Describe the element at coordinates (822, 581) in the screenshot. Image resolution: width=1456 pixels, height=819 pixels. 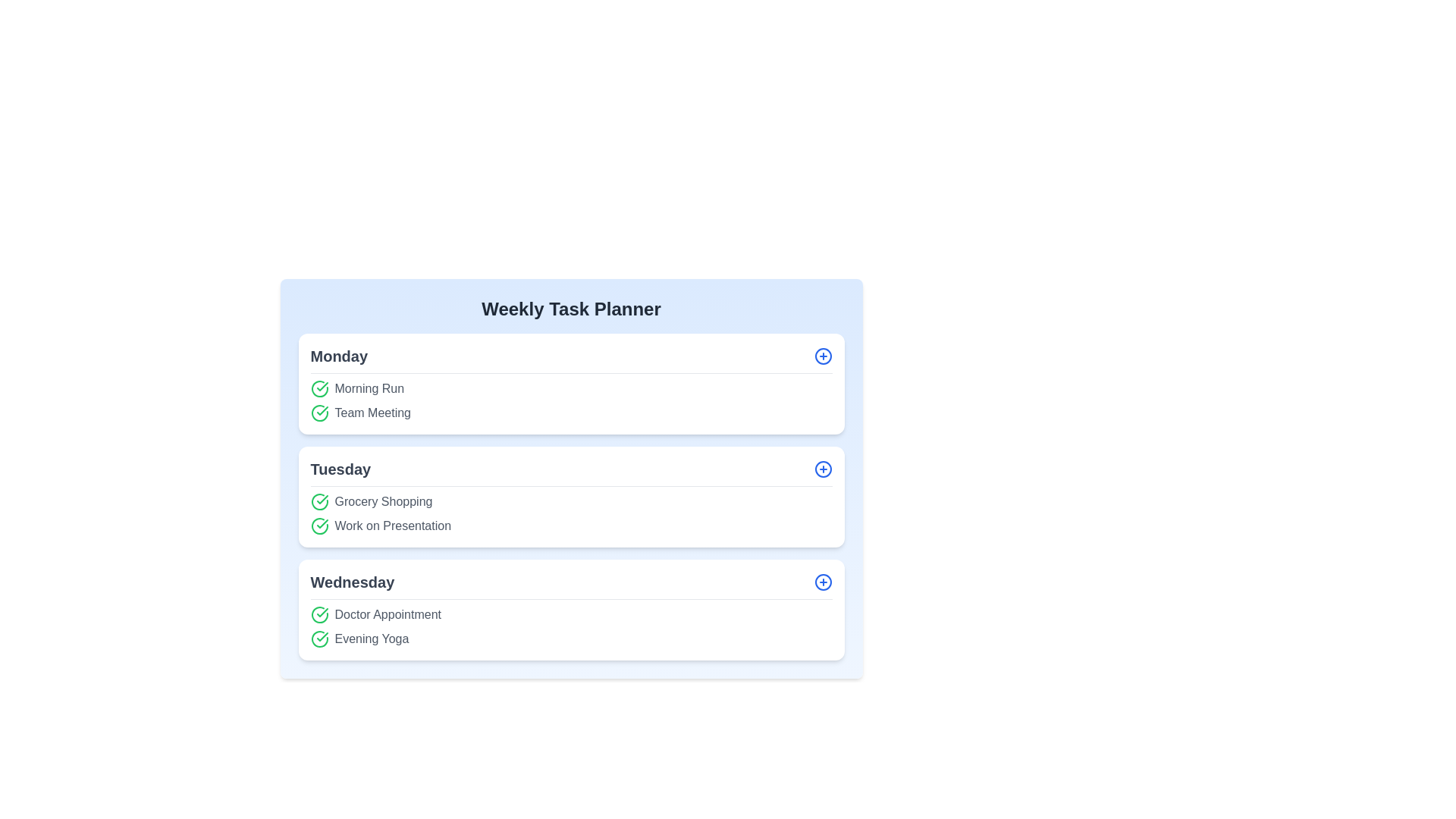
I see `the 'Add Task' button for Wednesday` at that location.